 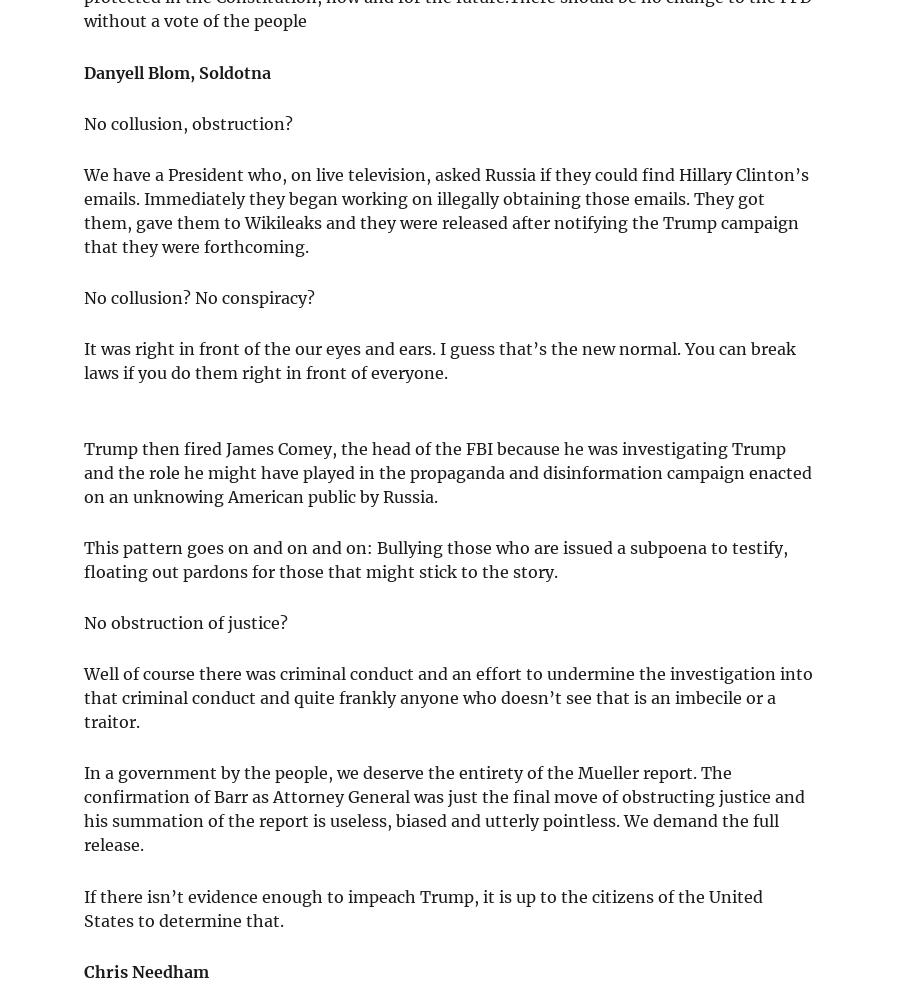 What do you see at coordinates (446, 209) in the screenshot?
I see `'We have a President who, on live television, asked Russia if they could find Hillary Clinton’s emails. Immediately they began working on illegally obtaining those emails. They got them, gave them to Wikileaks and they were released after notifying the Trump campaign that they were forthcoming.'` at bounding box center [446, 209].